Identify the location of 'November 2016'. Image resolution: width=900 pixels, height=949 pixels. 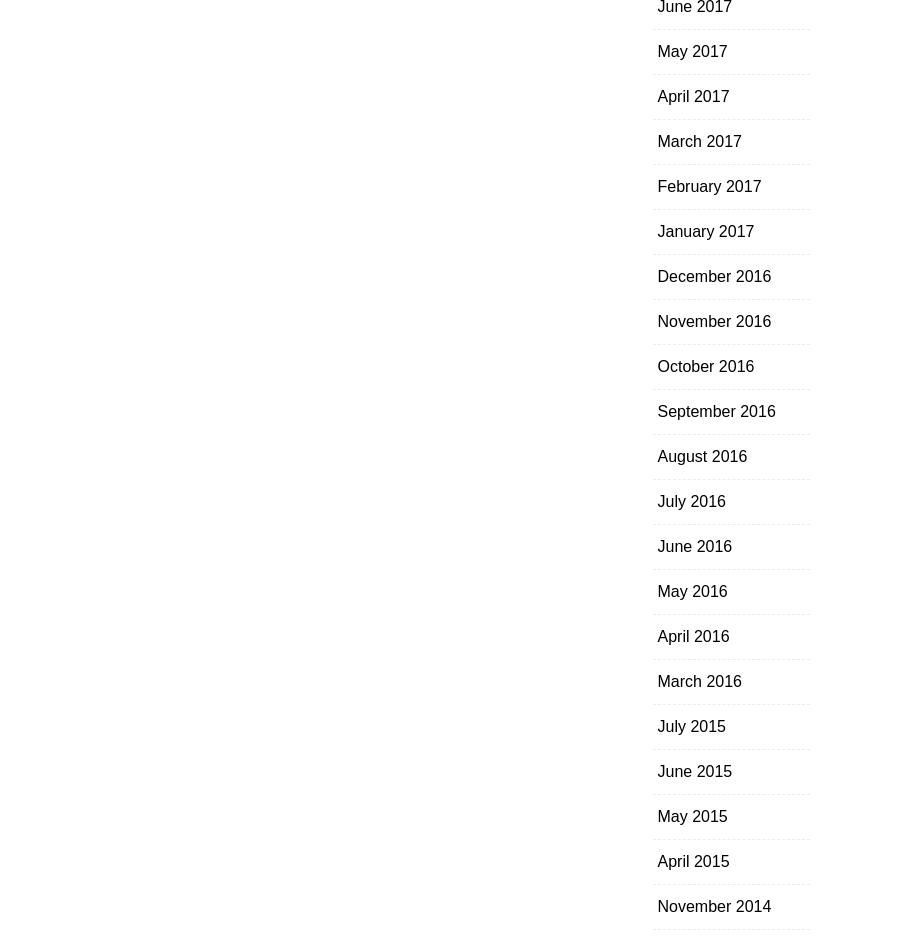
(712, 321).